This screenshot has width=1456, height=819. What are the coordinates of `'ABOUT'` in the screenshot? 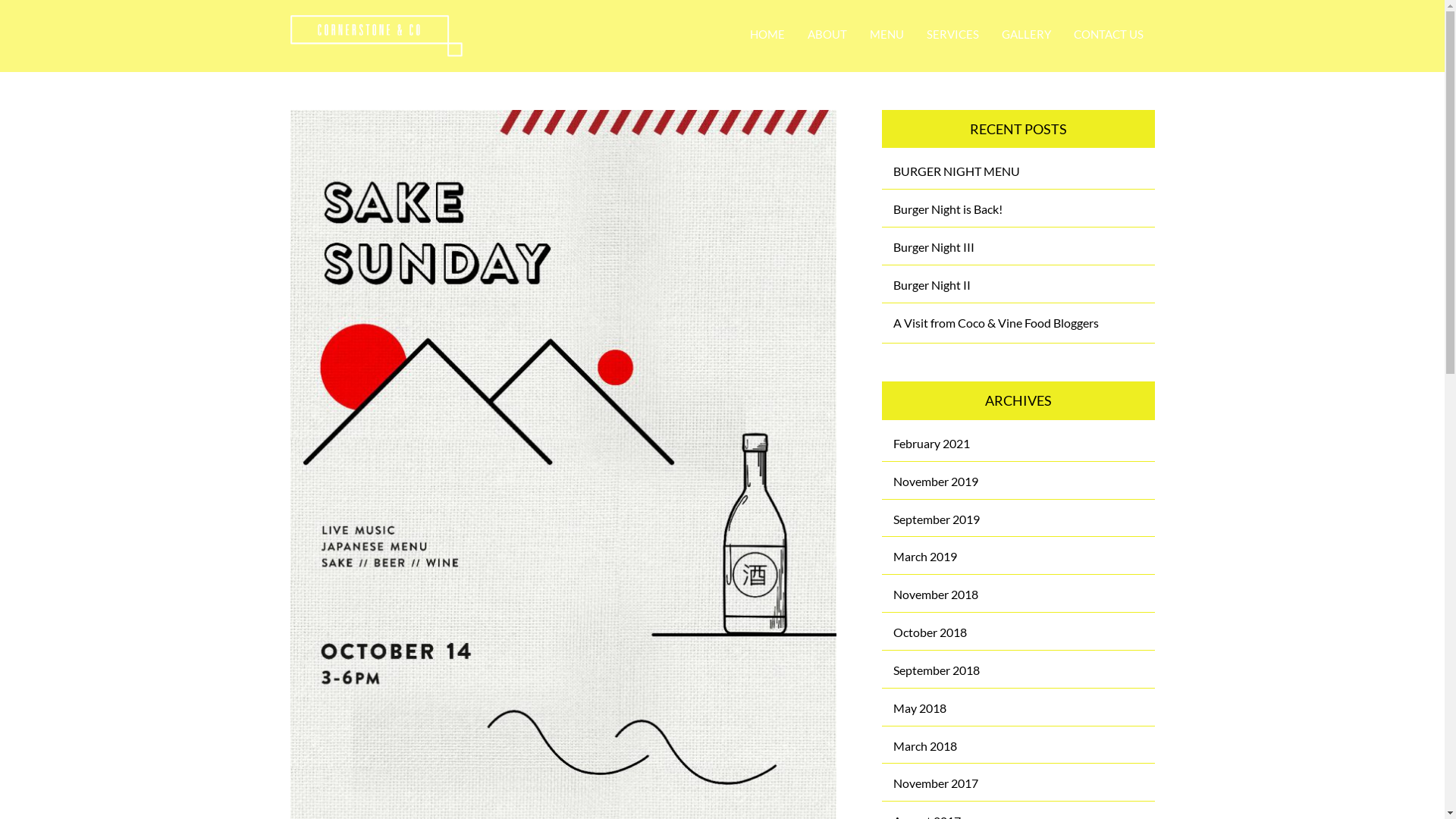 It's located at (826, 34).